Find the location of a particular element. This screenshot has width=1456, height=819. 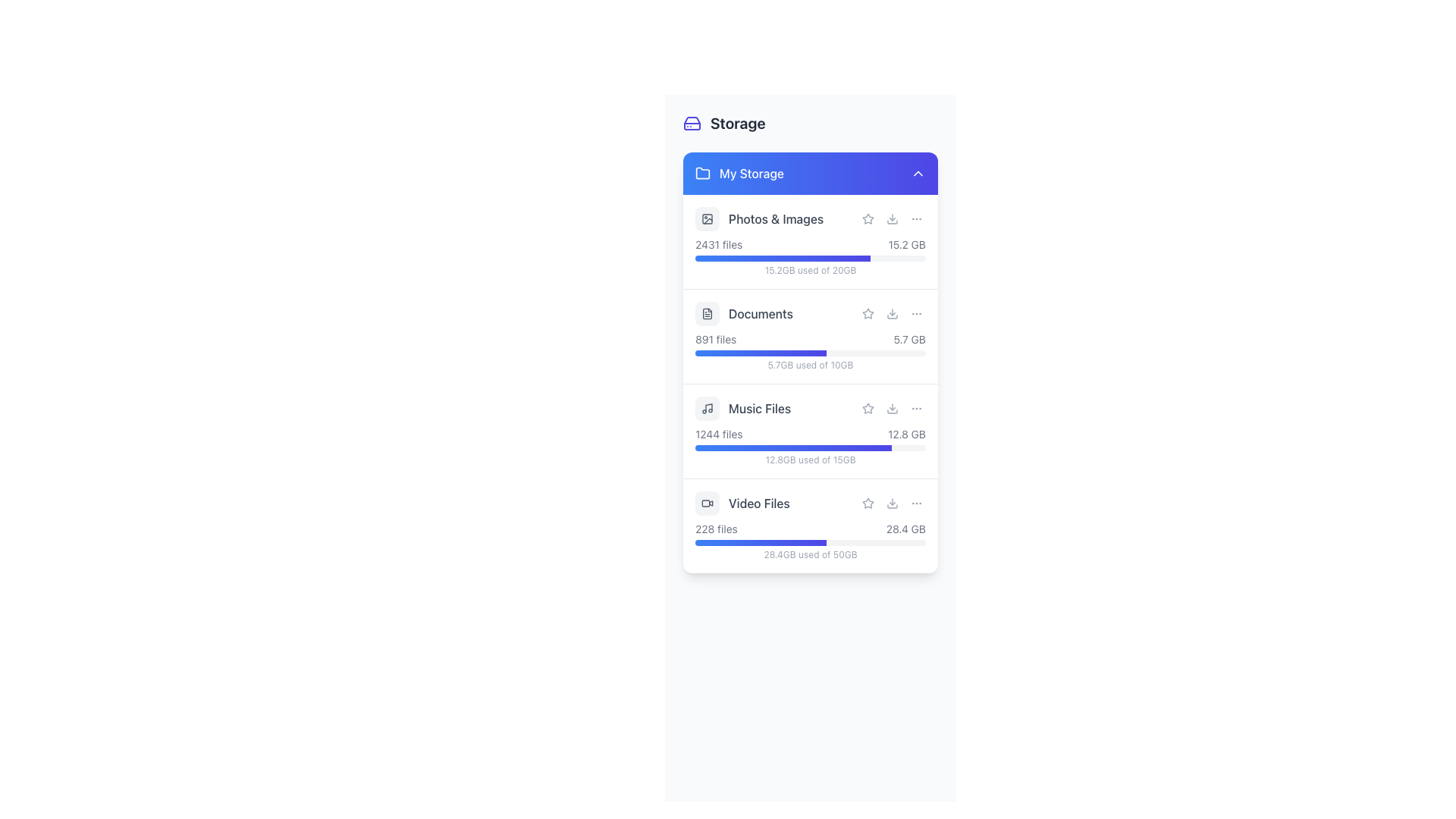

the progress bar located at the bottom of the 'Video Files' section, which has a light gray background and a gradient-filled segment transitioning from blue to indigo is located at coordinates (810, 542).